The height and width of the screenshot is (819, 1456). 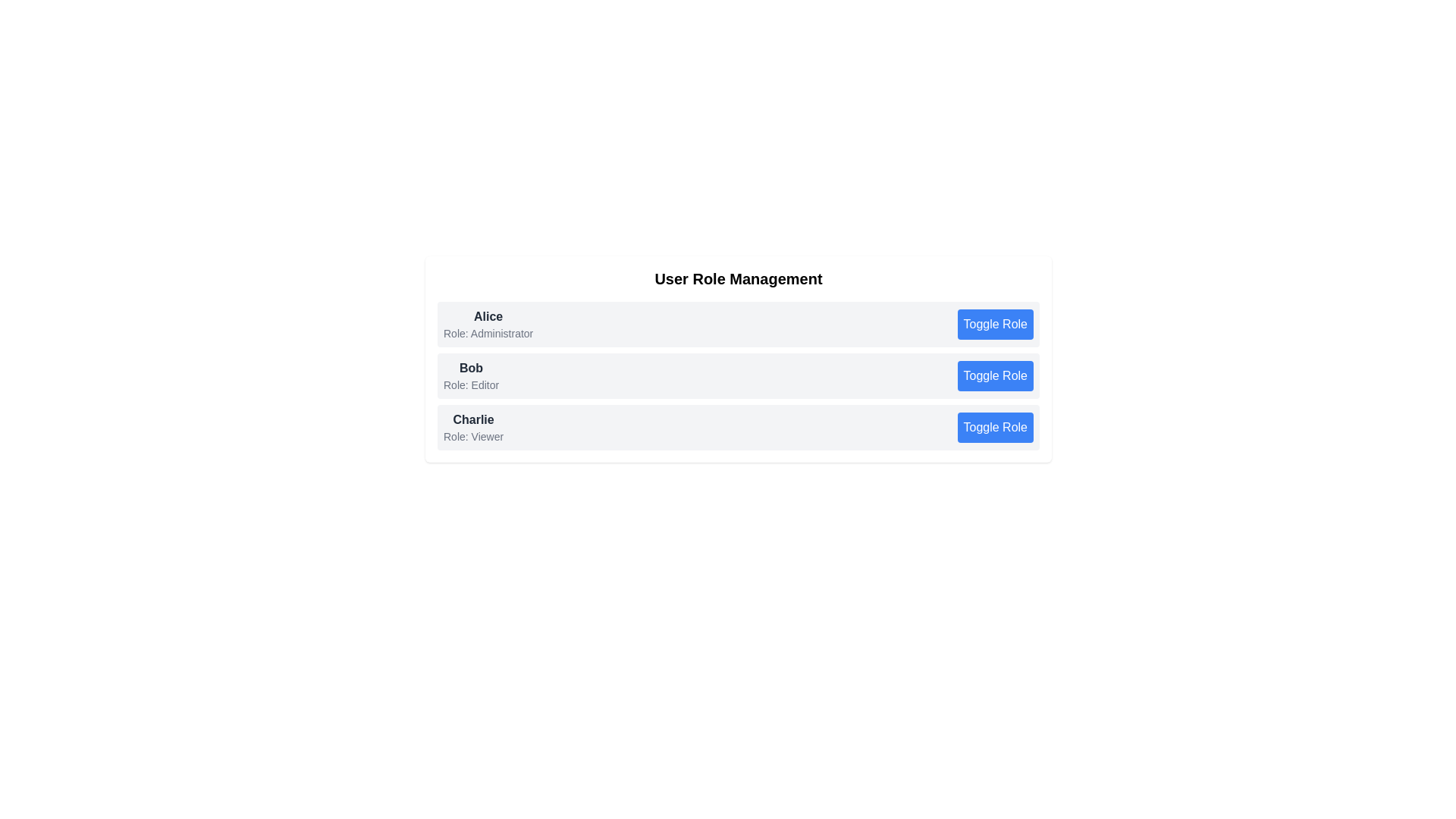 I want to click on the button located on the far right of the section labeled 'Charlie Role: Viewer', so click(x=995, y=427).